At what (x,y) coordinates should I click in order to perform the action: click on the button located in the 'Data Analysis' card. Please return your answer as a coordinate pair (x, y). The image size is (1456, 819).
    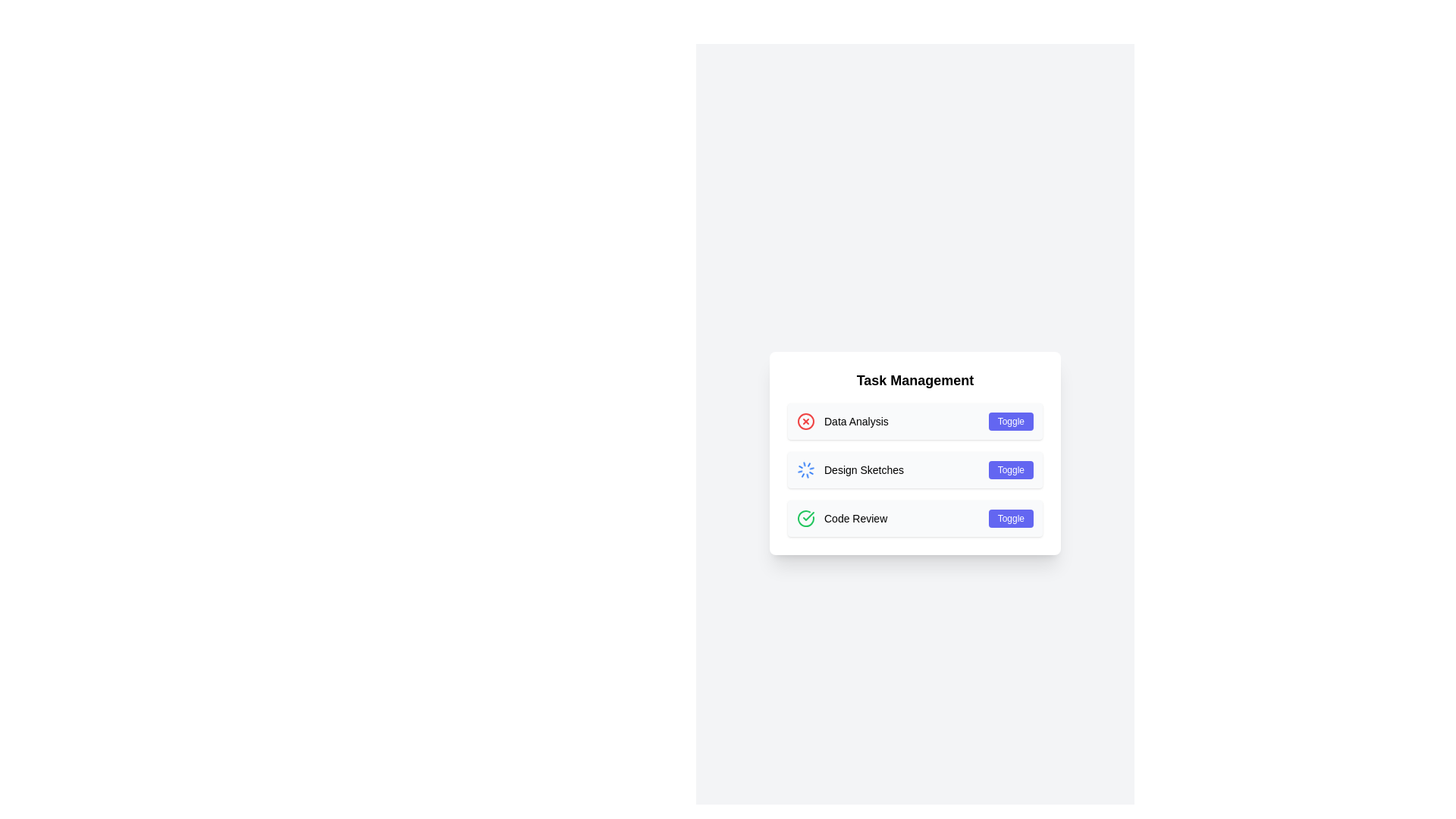
    Looking at the image, I should click on (1011, 421).